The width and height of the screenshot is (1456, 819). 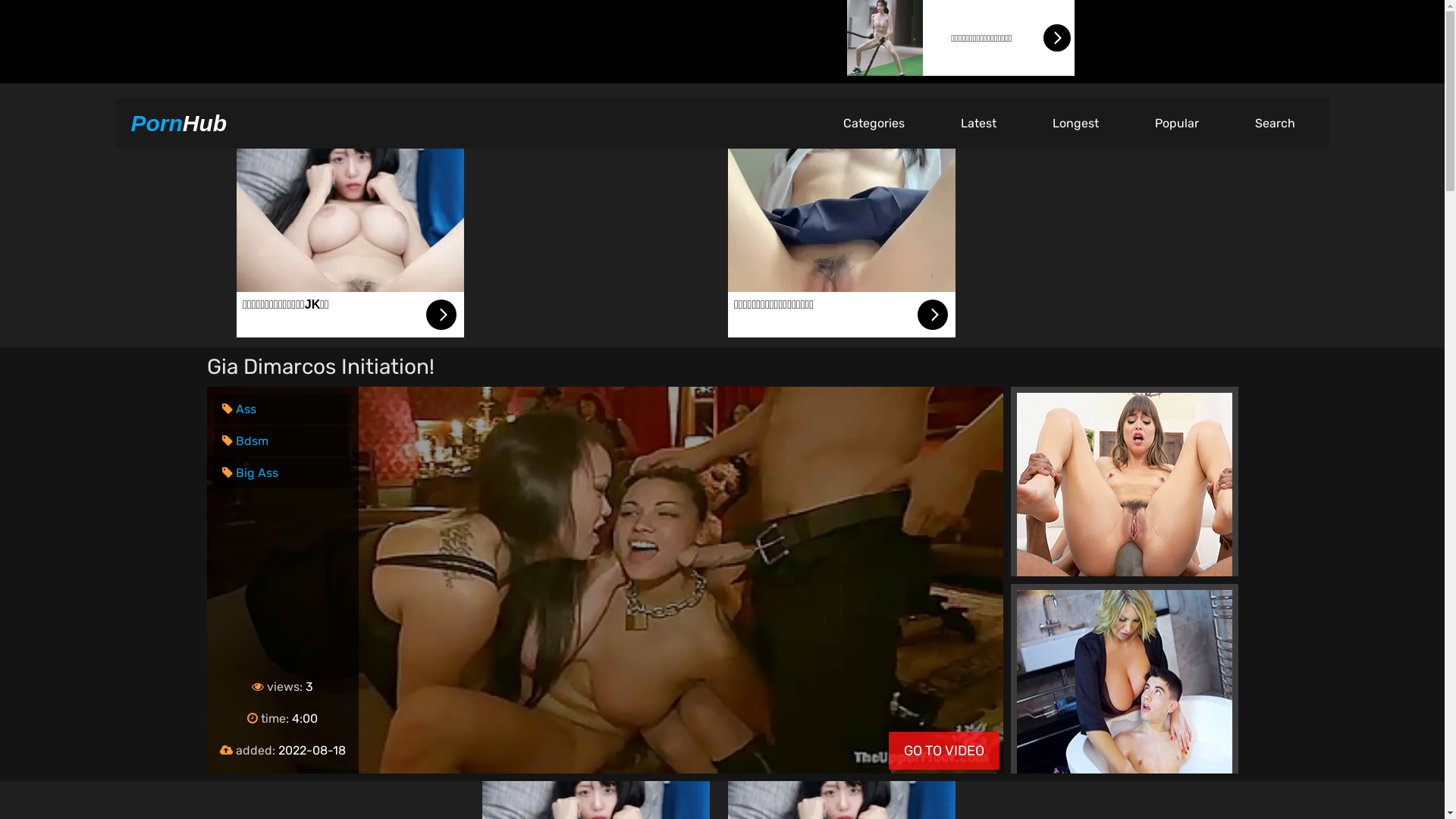 I want to click on 'Categories', so click(x=873, y=122).